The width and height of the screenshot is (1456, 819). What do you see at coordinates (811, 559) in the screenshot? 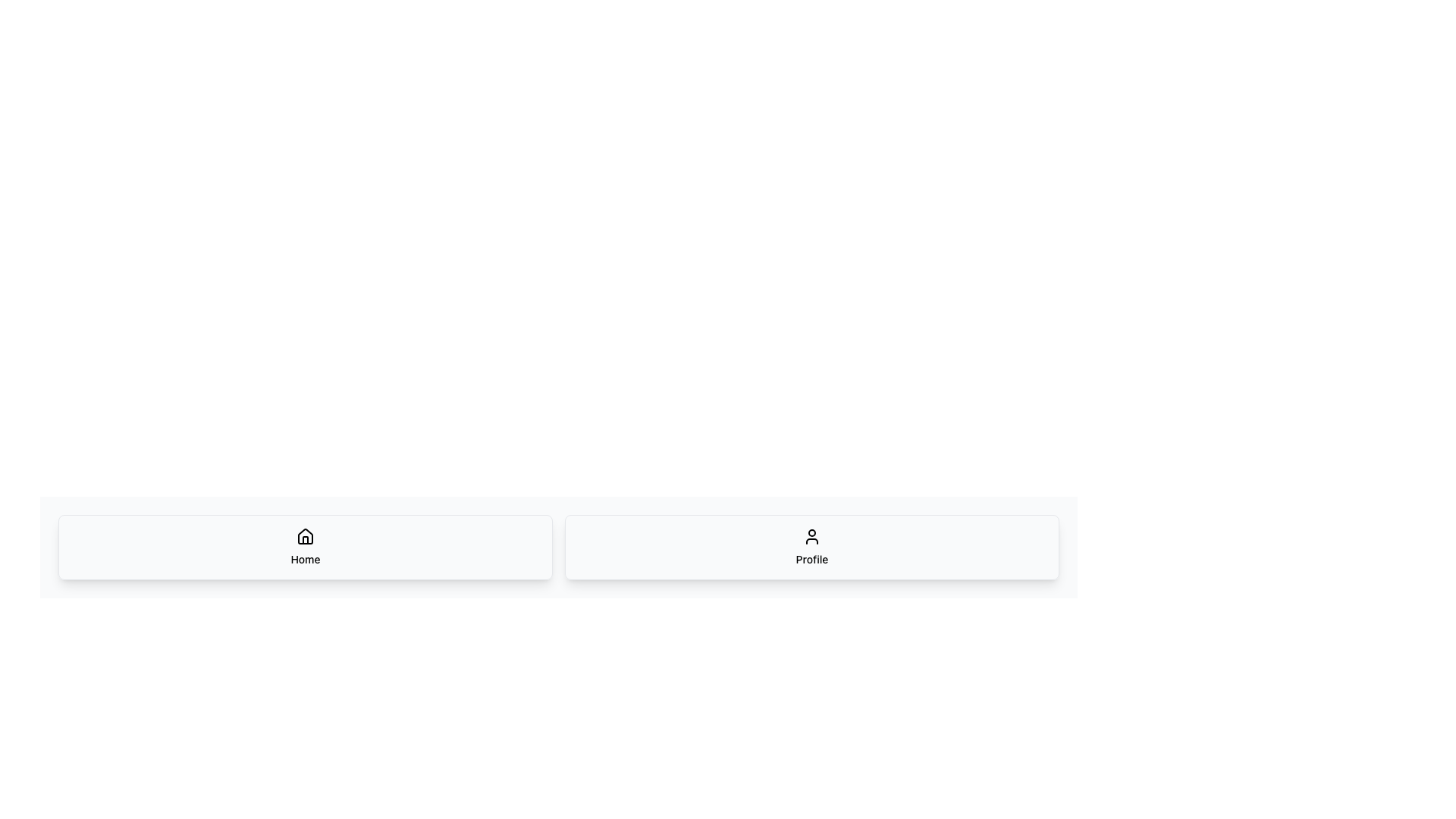
I see `text of the 'Profile' label, which is styled with a medium font weight and small font size, positioned below a user icon in the right-side navigation bar` at bounding box center [811, 559].